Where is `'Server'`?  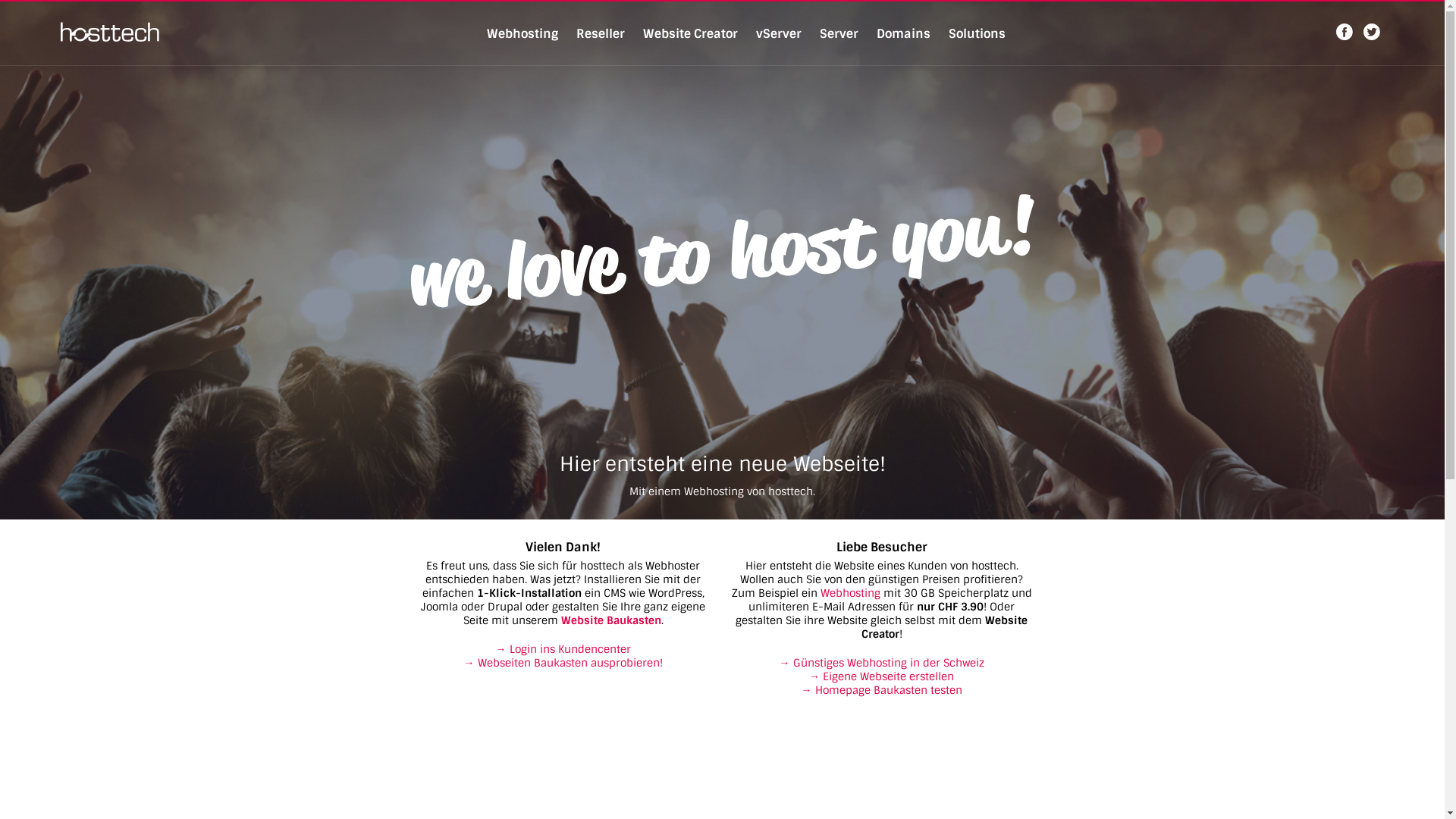 'Server' is located at coordinates (837, 33).